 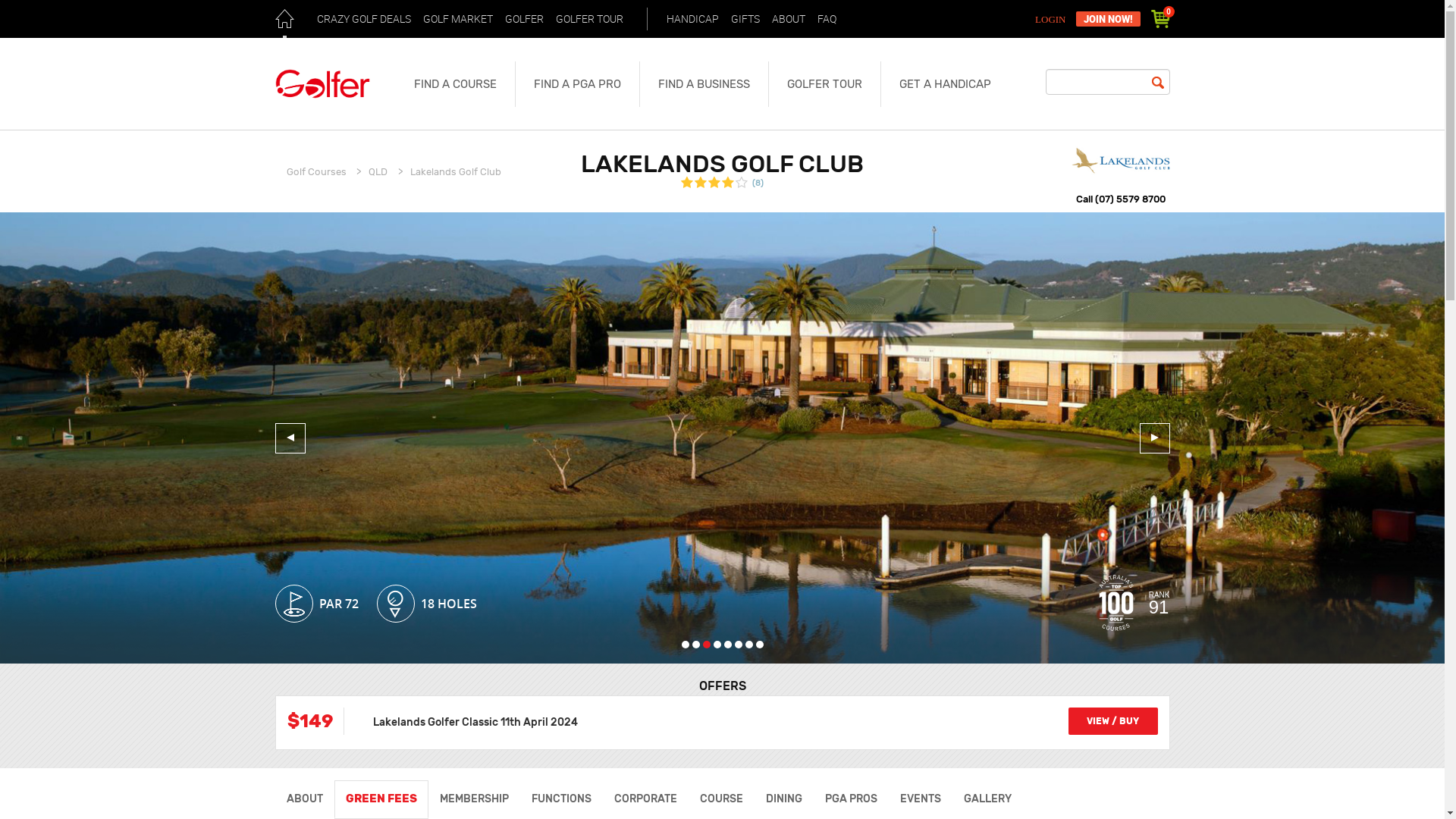 What do you see at coordinates (738, 644) in the screenshot?
I see `'6'` at bounding box center [738, 644].